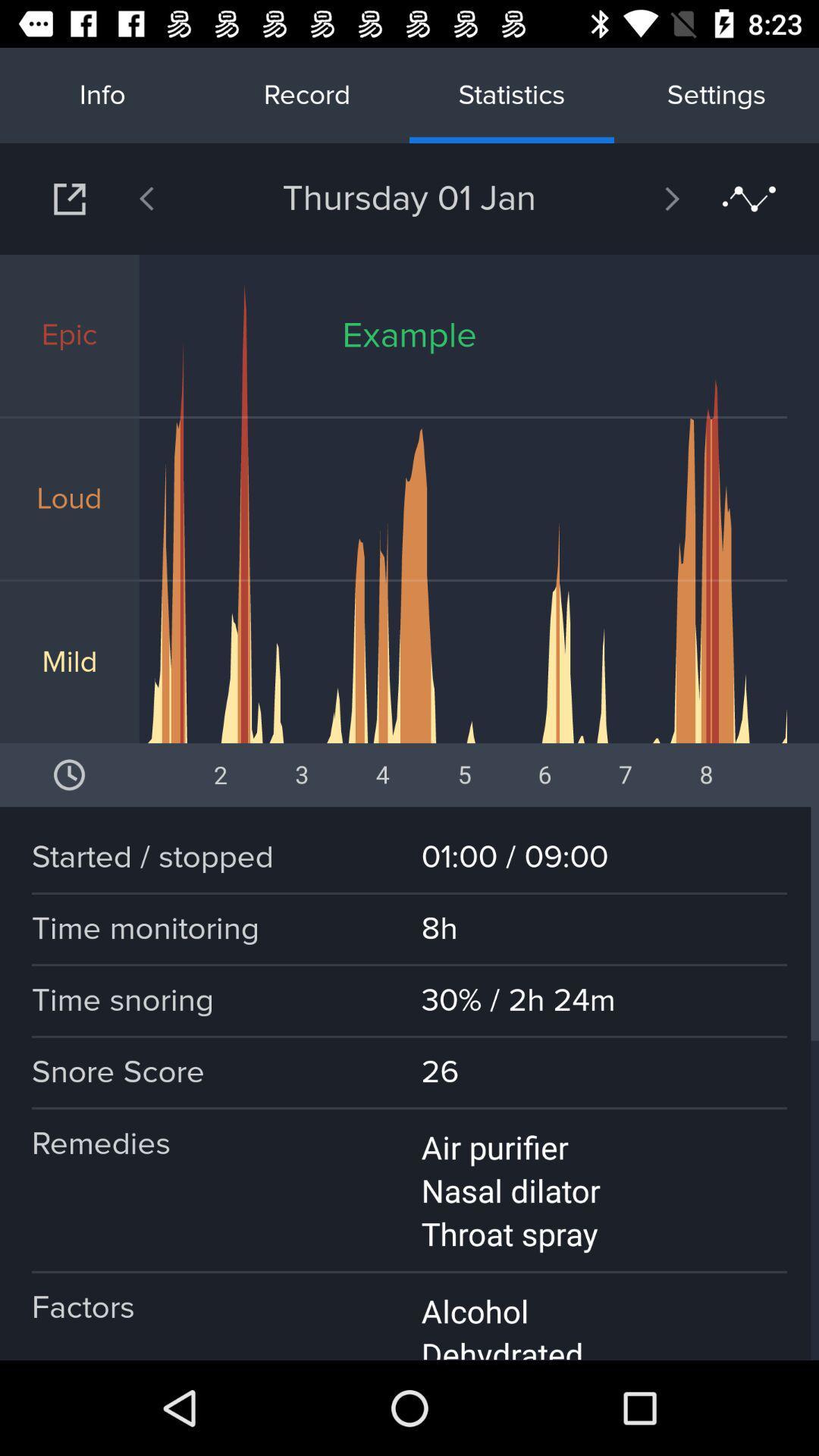 The width and height of the screenshot is (819, 1456). What do you see at coordinates (409, 198) in the screenshot?
I see `the thursday 01 jan app` at bounding box center [409, 198].